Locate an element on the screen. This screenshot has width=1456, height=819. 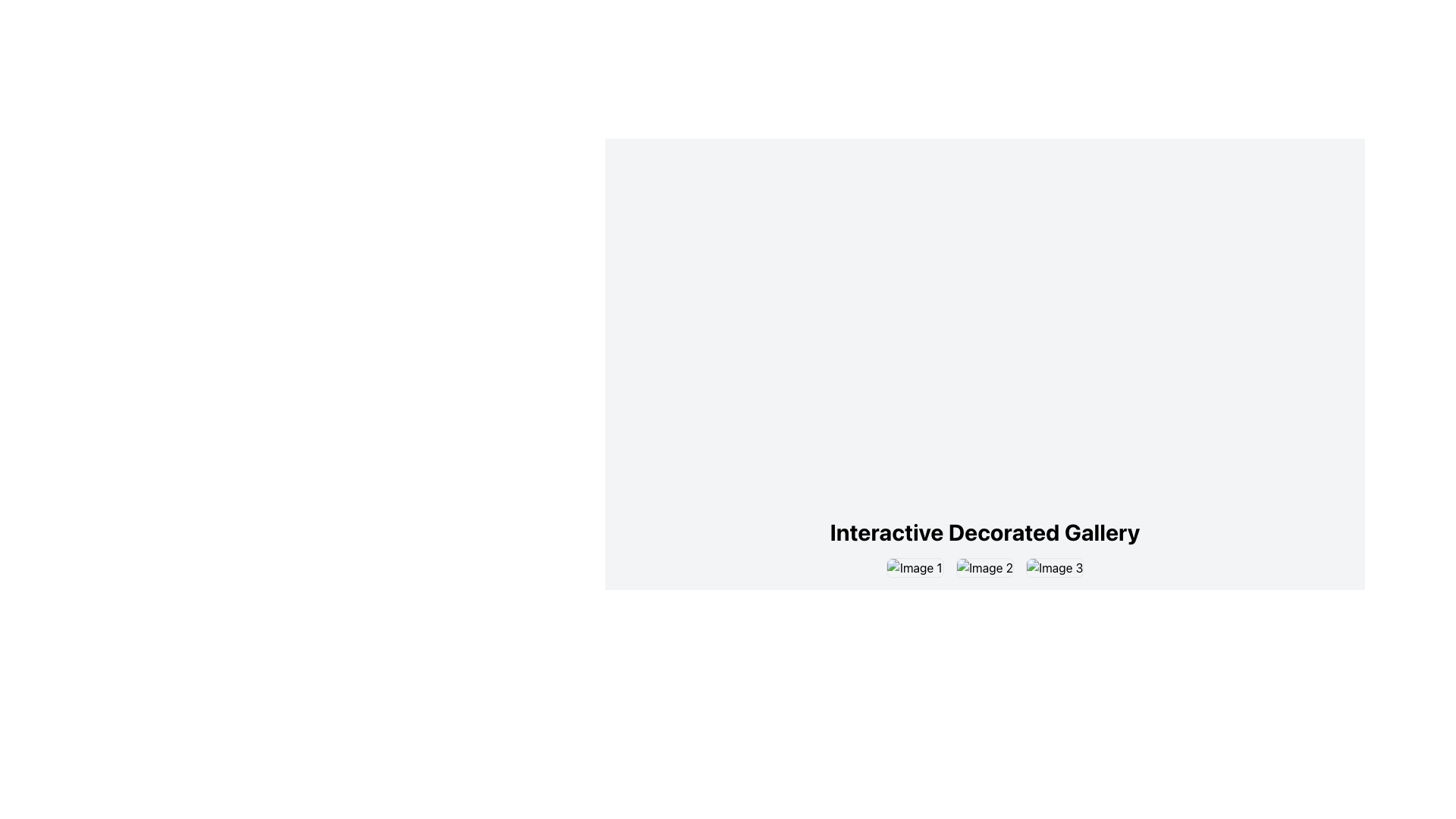
the decorative SVG graphic component representing a camera, located at the center bottom of the interface, under the 'Interactive Decorated Gallery' text is located at coordinates (985, 567).